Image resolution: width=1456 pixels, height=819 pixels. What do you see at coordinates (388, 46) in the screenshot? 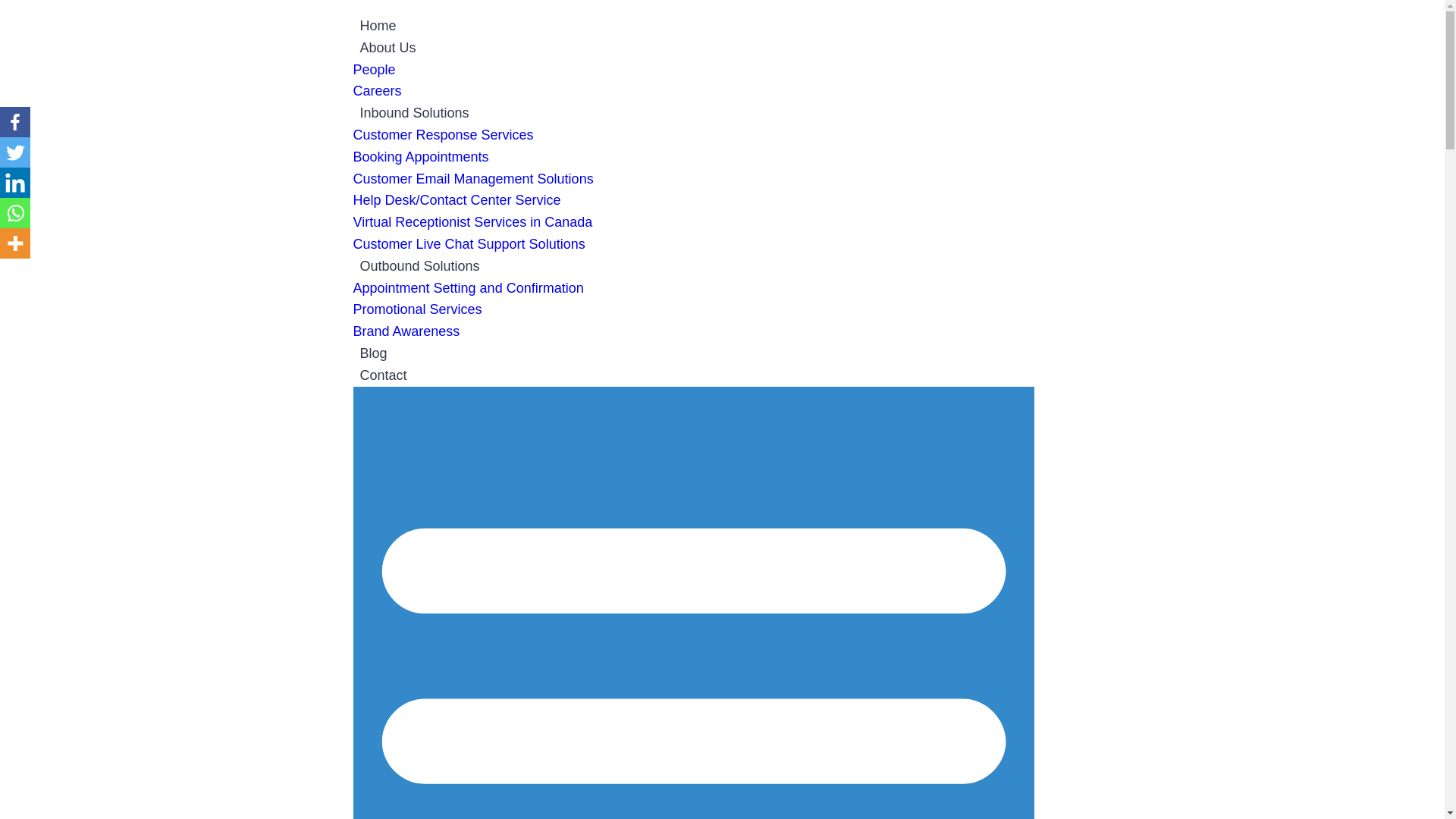
I see `'About Us'` at bounding box center [388, 46].